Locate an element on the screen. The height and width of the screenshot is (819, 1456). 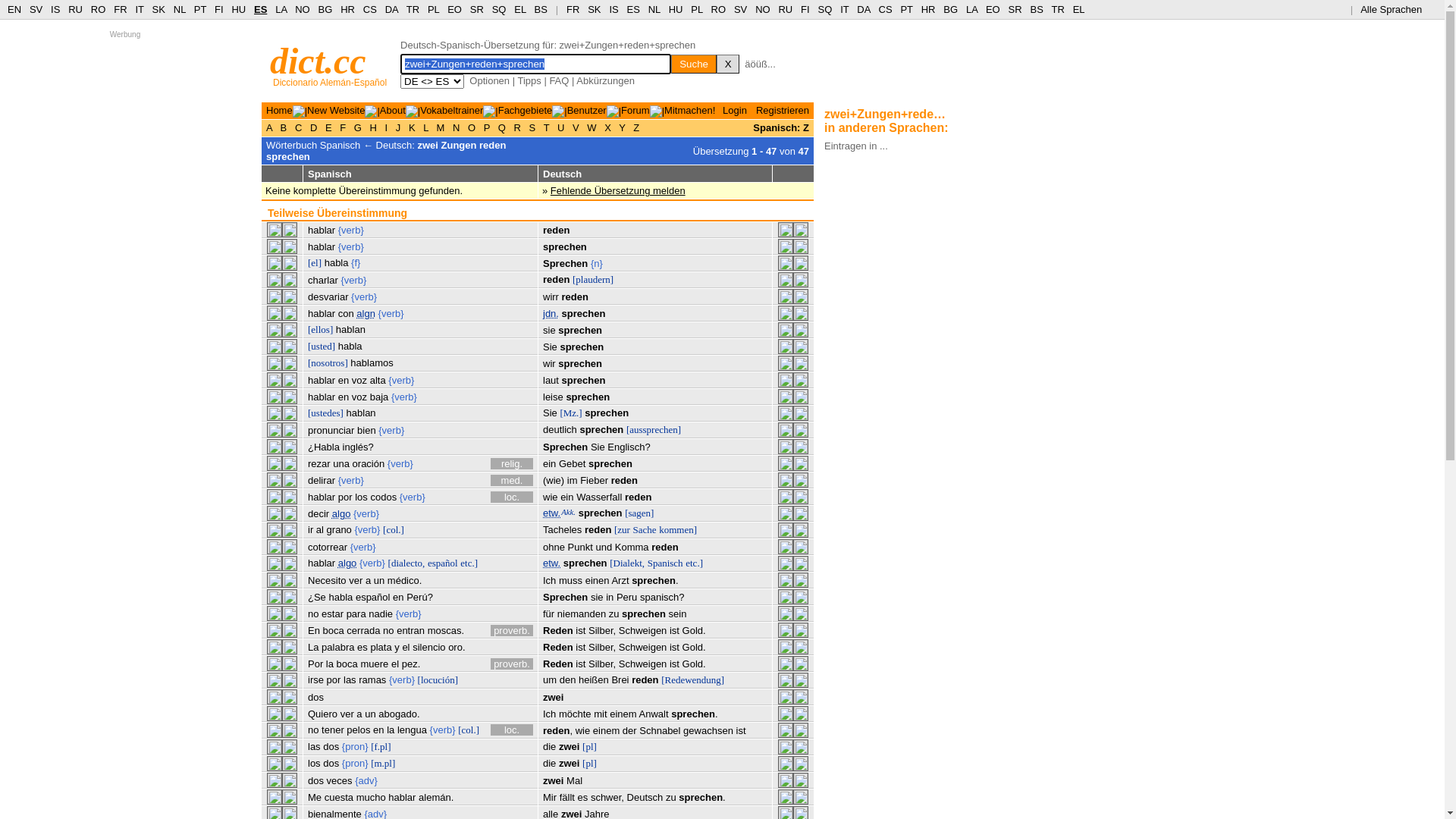
'zwei' is located at coordinates (552, 697).